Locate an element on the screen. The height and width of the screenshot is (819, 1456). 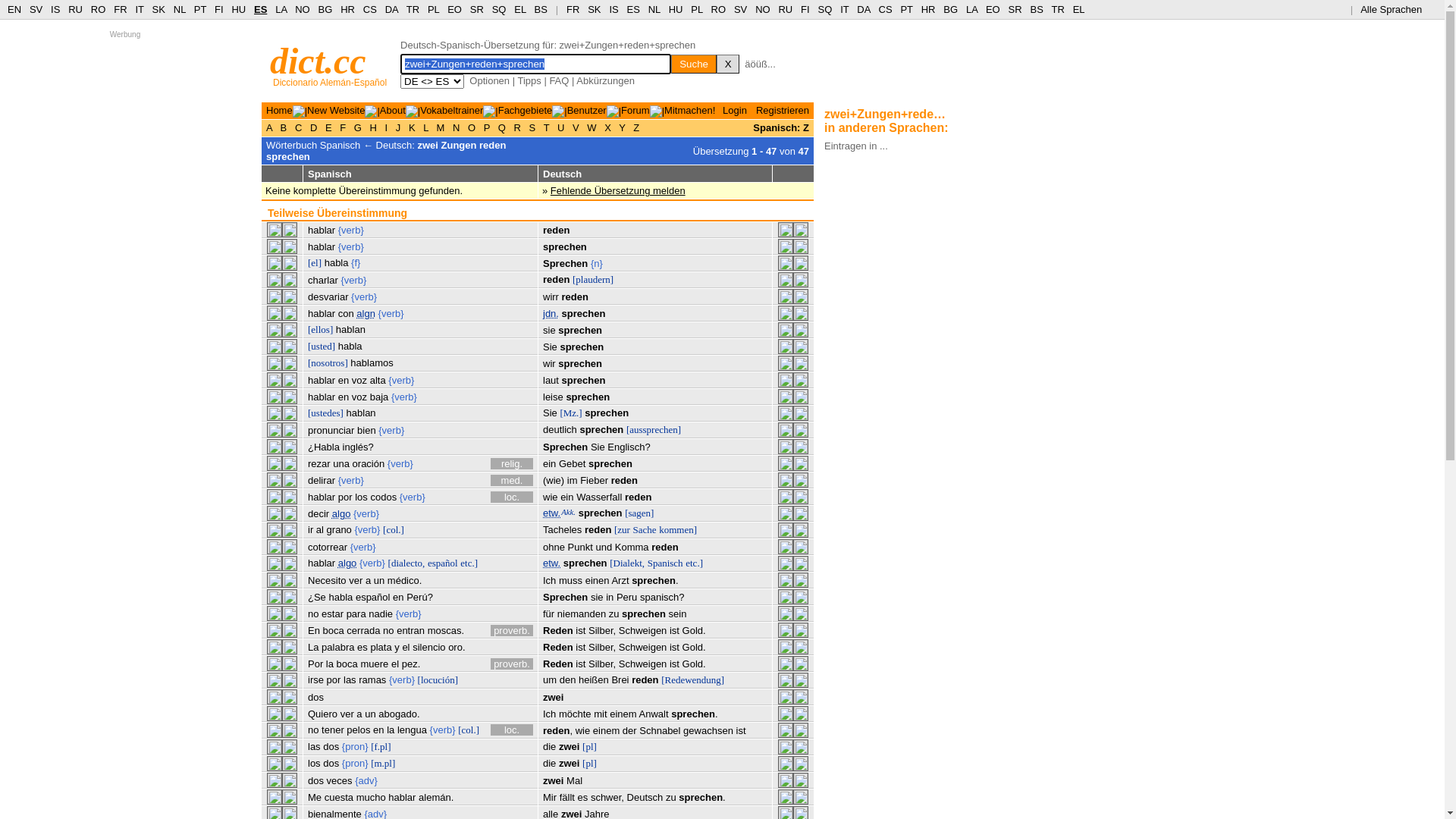
'zwei' is located at coordinates (552, 697).